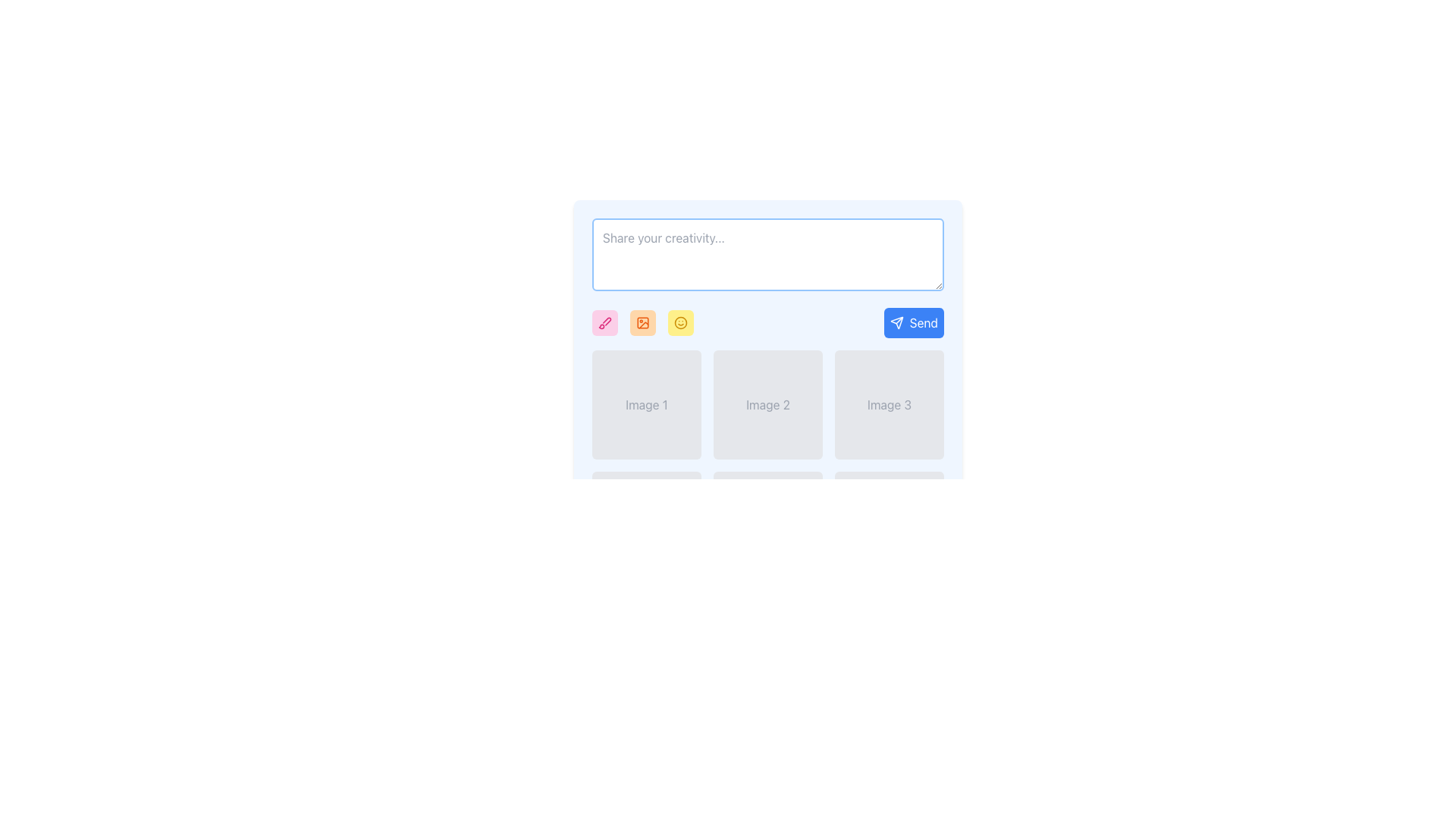 The height and width of the screenshot is (819, 1456). I want to click on the light orange button with an image frame icon, which is the second button in the row beneath the input box labeled 'Share your creativity...', so click(643, 322).